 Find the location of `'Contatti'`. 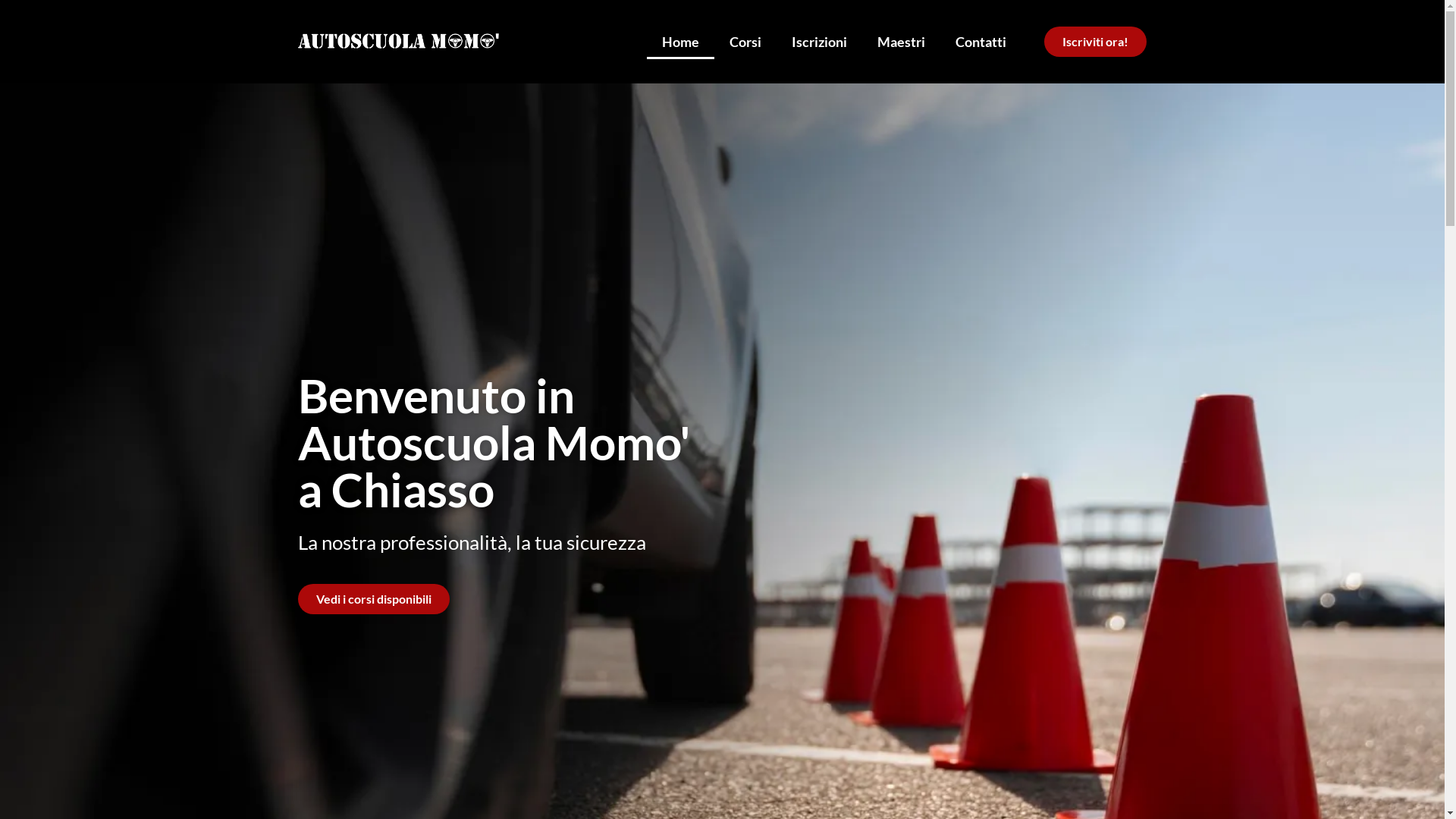

'Contatti' is located at coordinates (981, 40).